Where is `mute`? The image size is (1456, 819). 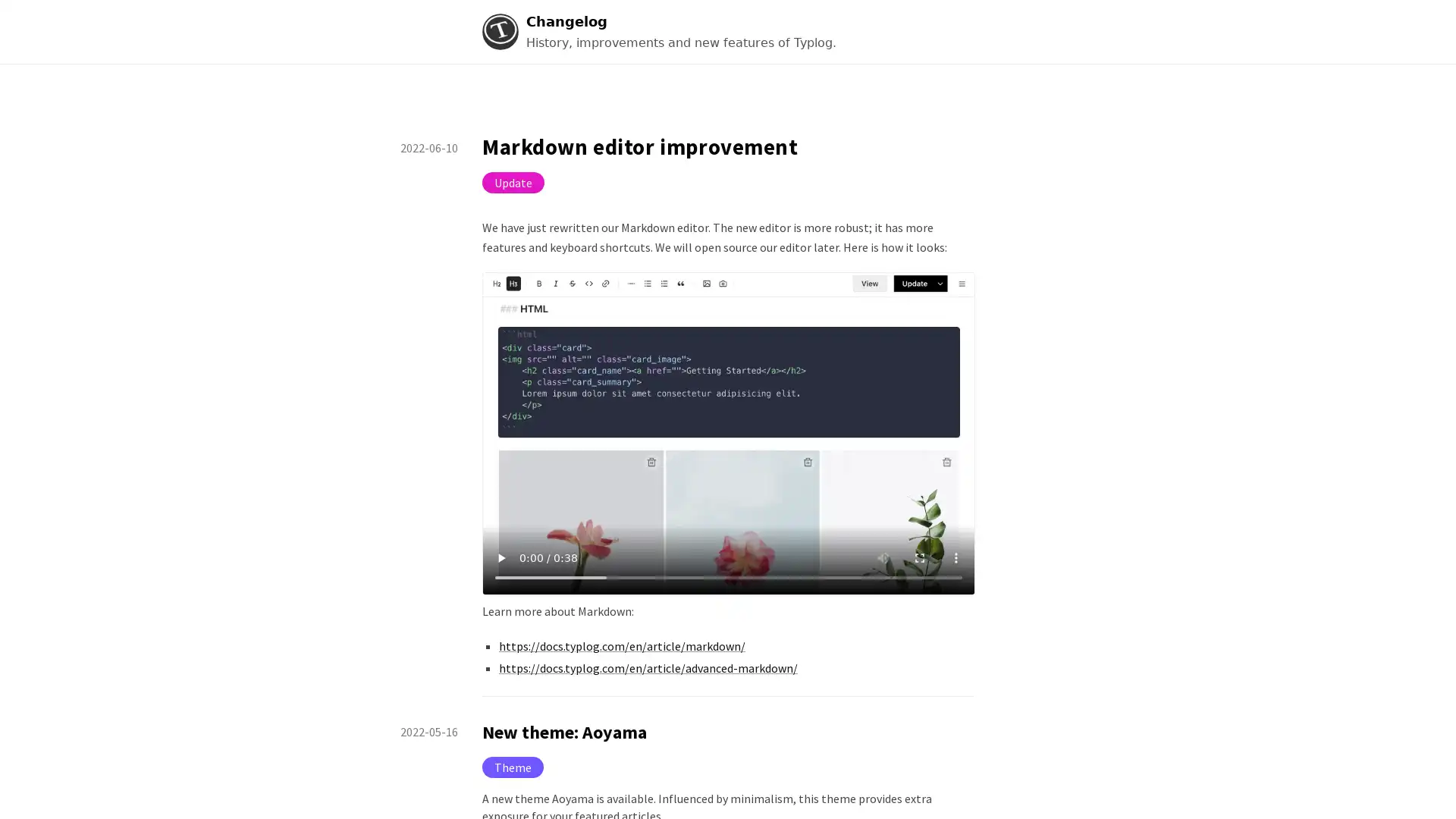
mute is located at coordinates (883, 558).